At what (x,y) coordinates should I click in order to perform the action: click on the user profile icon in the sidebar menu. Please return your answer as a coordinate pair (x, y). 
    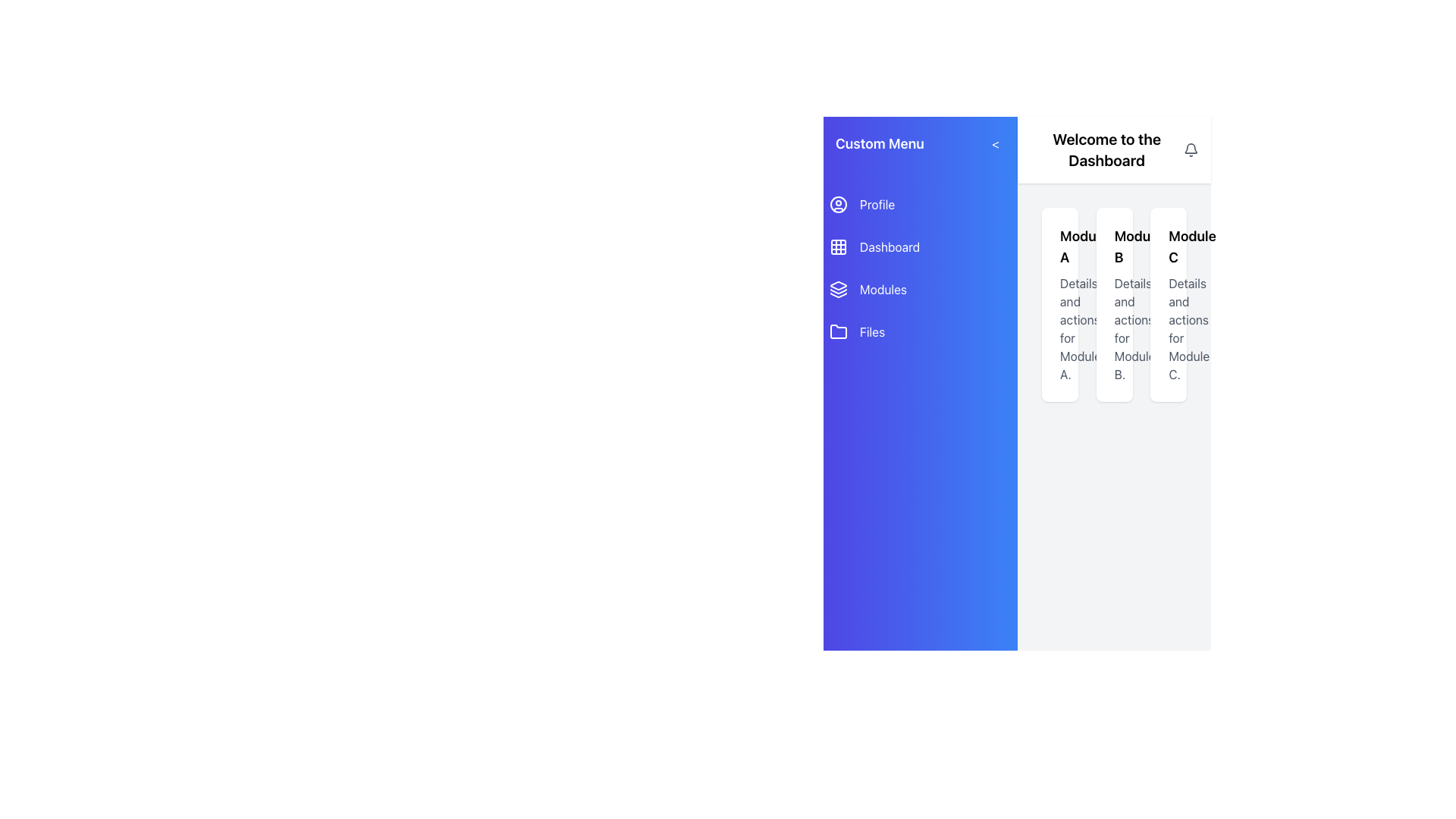
    Looking at the image, I should click on (837, 205).